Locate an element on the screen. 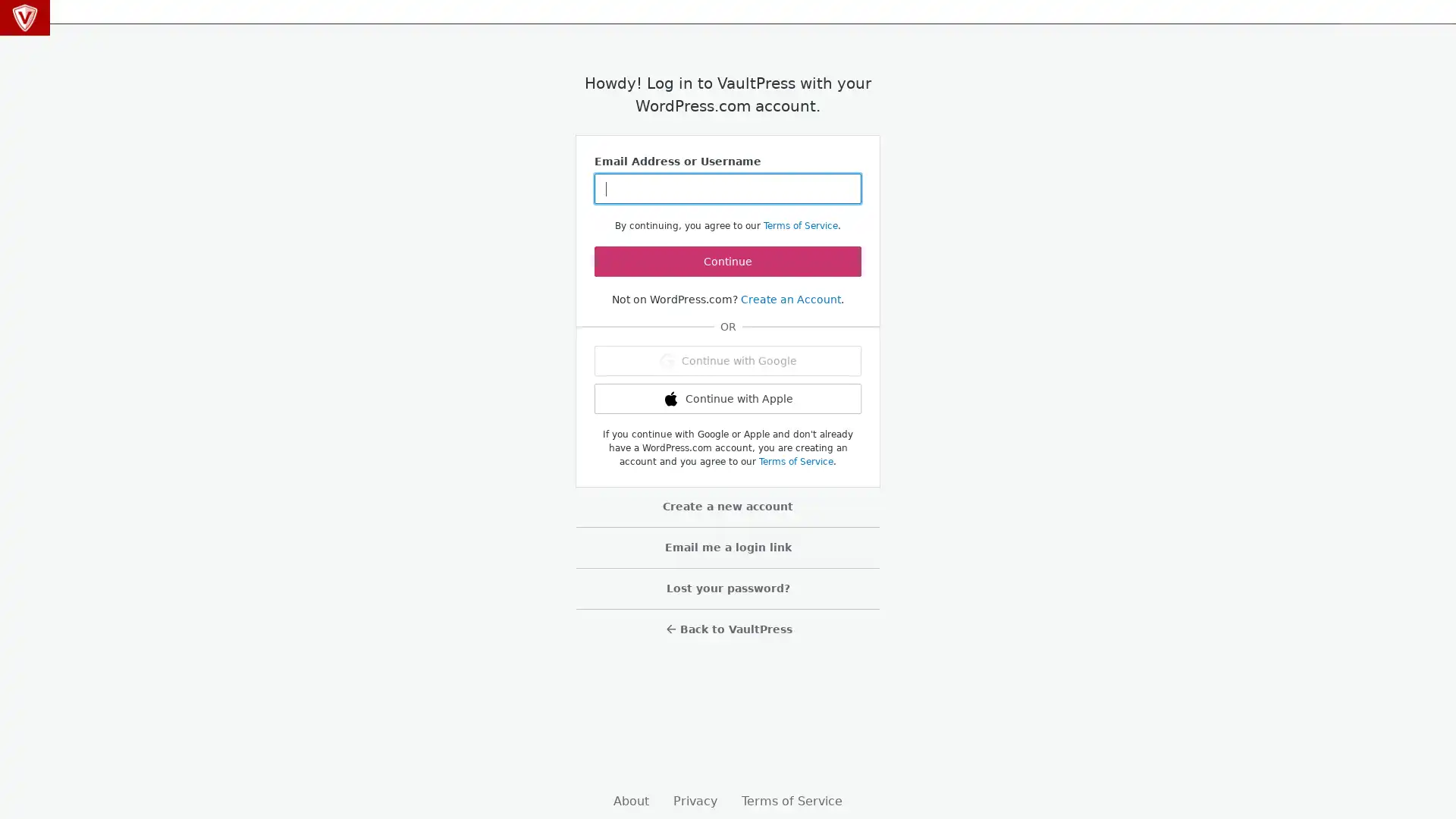 Image resolution: width=1456 pixels, height=819 pixels. Continue with Google is located at coordinates (728, 360).